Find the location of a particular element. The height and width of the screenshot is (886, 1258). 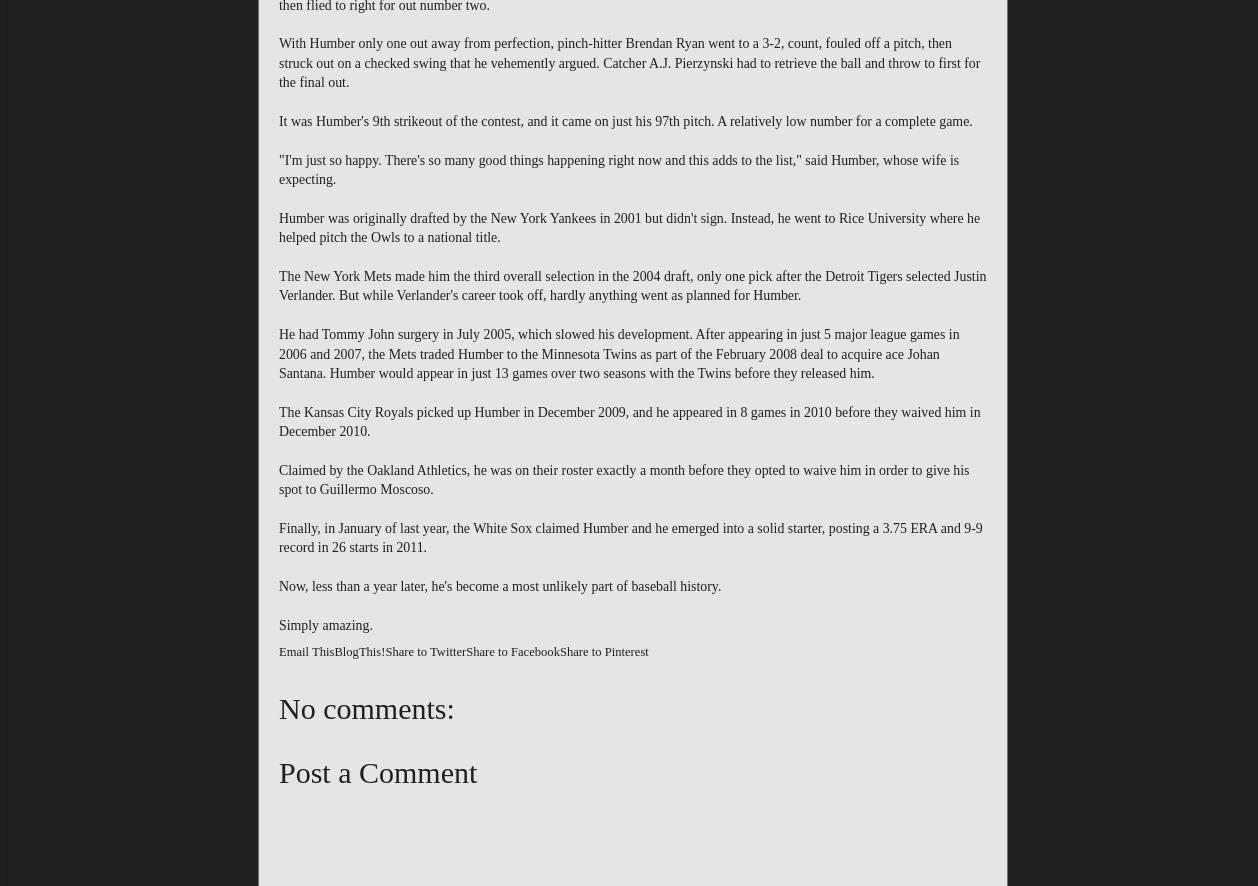

'Email This' is located at coordinates (306, 651).